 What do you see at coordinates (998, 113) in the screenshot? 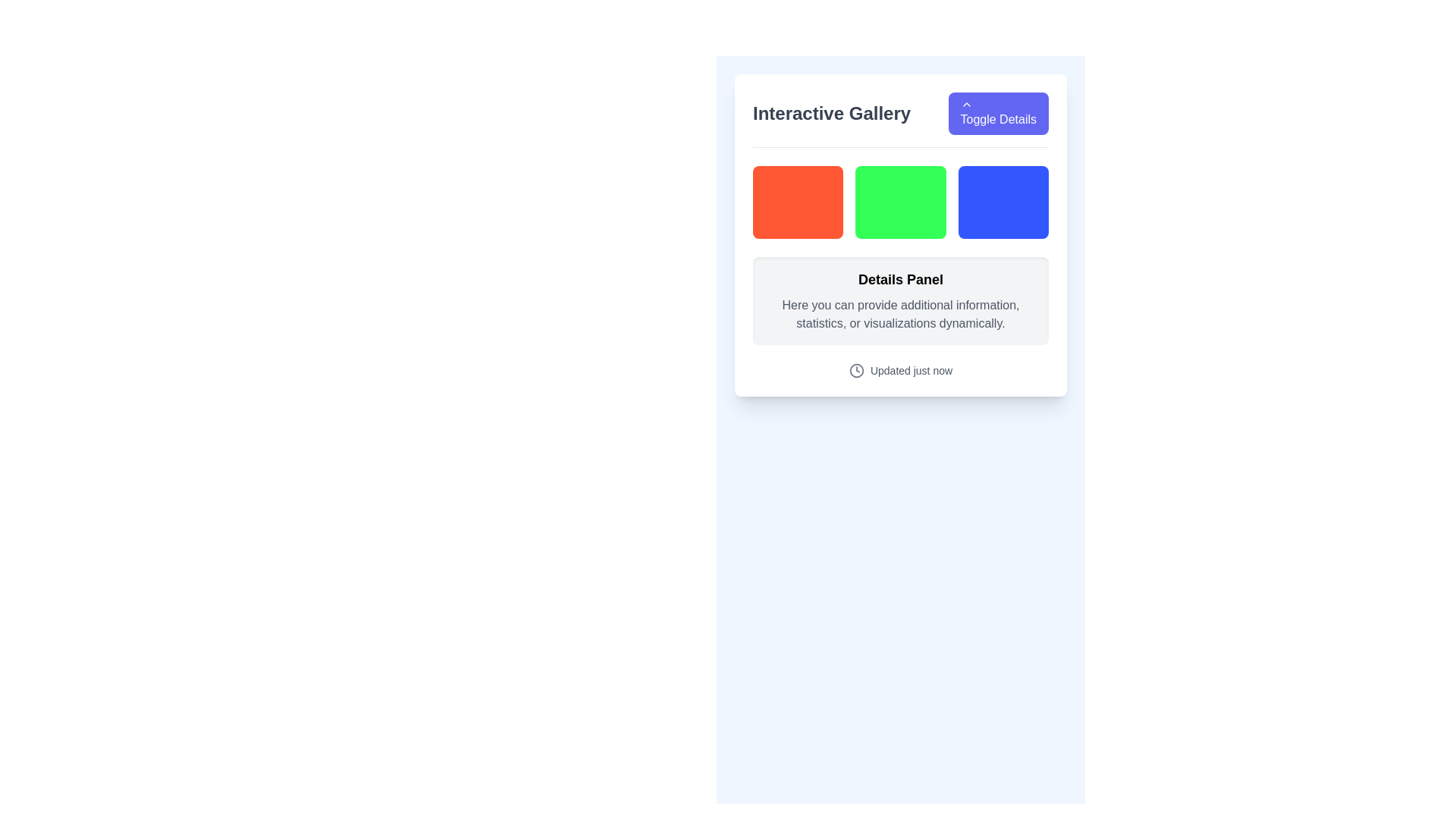
I see `the 'Toggle Details' button, which has a blue background and white text, to observe potential hover effects` at bounding box center [998, 113].